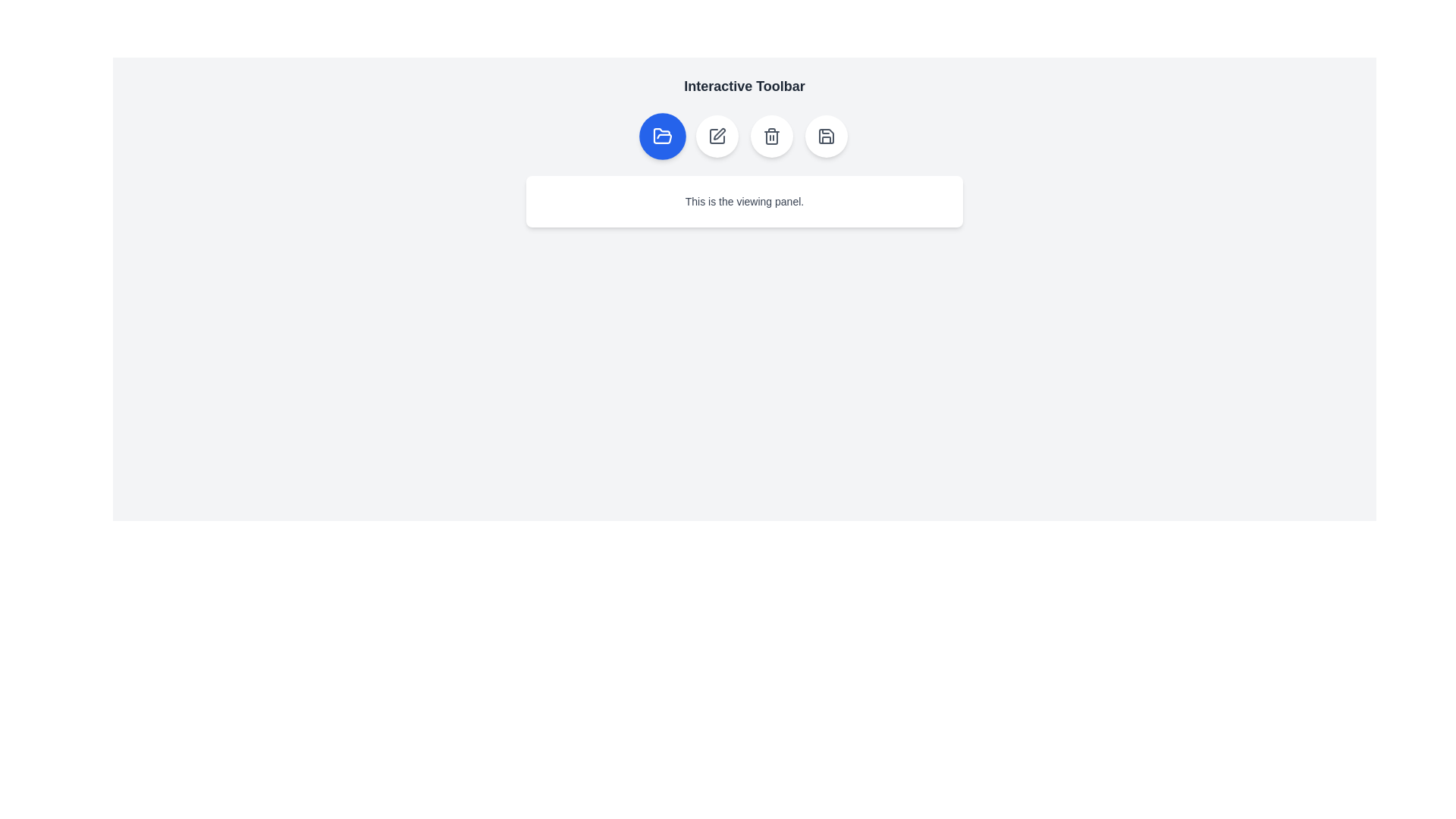  Describe the element at coordinates (771, 136) in the screenshot. I see `the white circular button with a garbage bin icon, which is the third button in the 'Interactive Toolbar'` at that location.